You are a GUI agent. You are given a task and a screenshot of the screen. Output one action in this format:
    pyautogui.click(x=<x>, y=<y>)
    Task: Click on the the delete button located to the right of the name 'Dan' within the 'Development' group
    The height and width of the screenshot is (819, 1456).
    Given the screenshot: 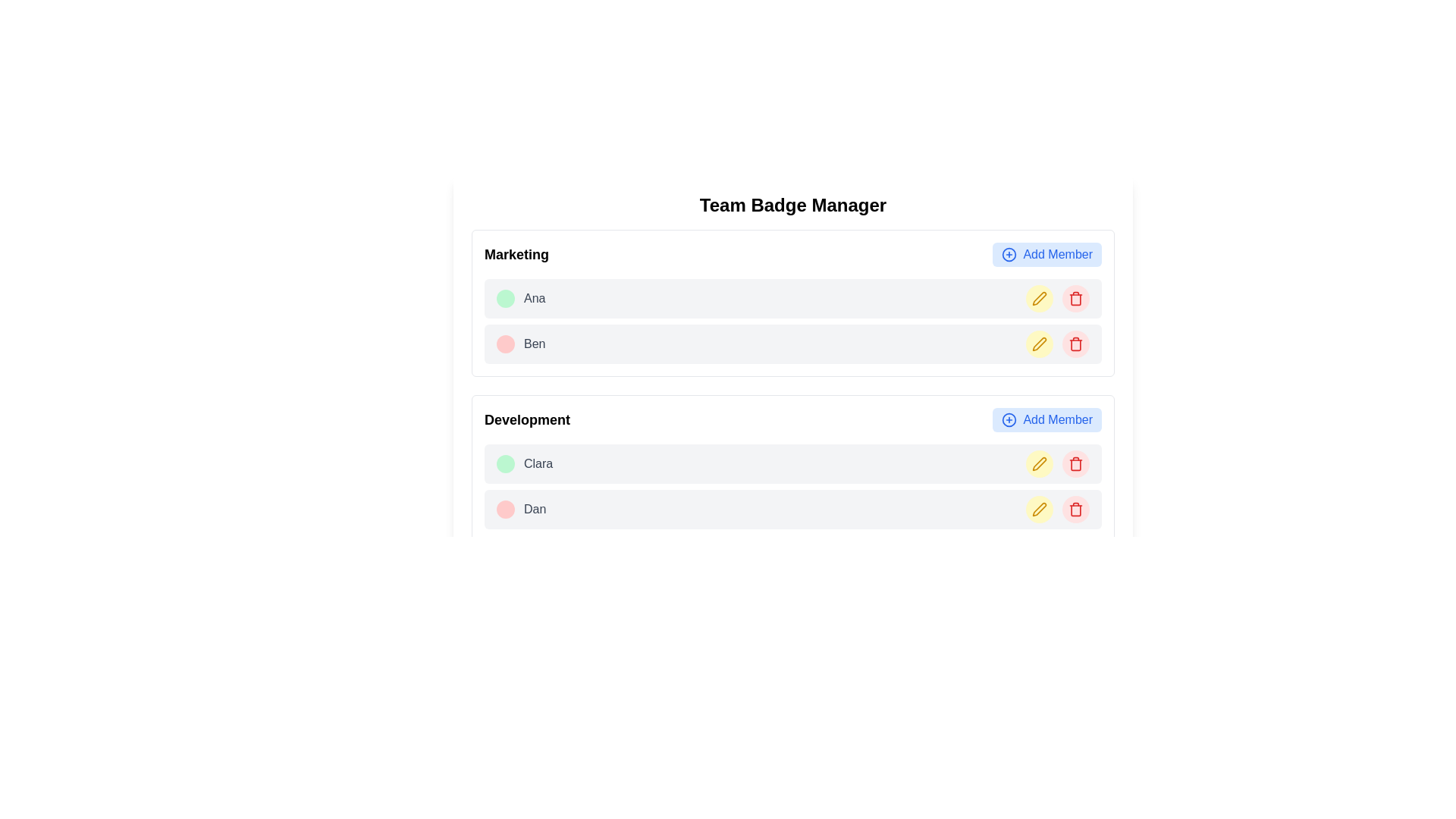 What is the action you would take?
    pyautogui.click(x=1075, y=509)
    